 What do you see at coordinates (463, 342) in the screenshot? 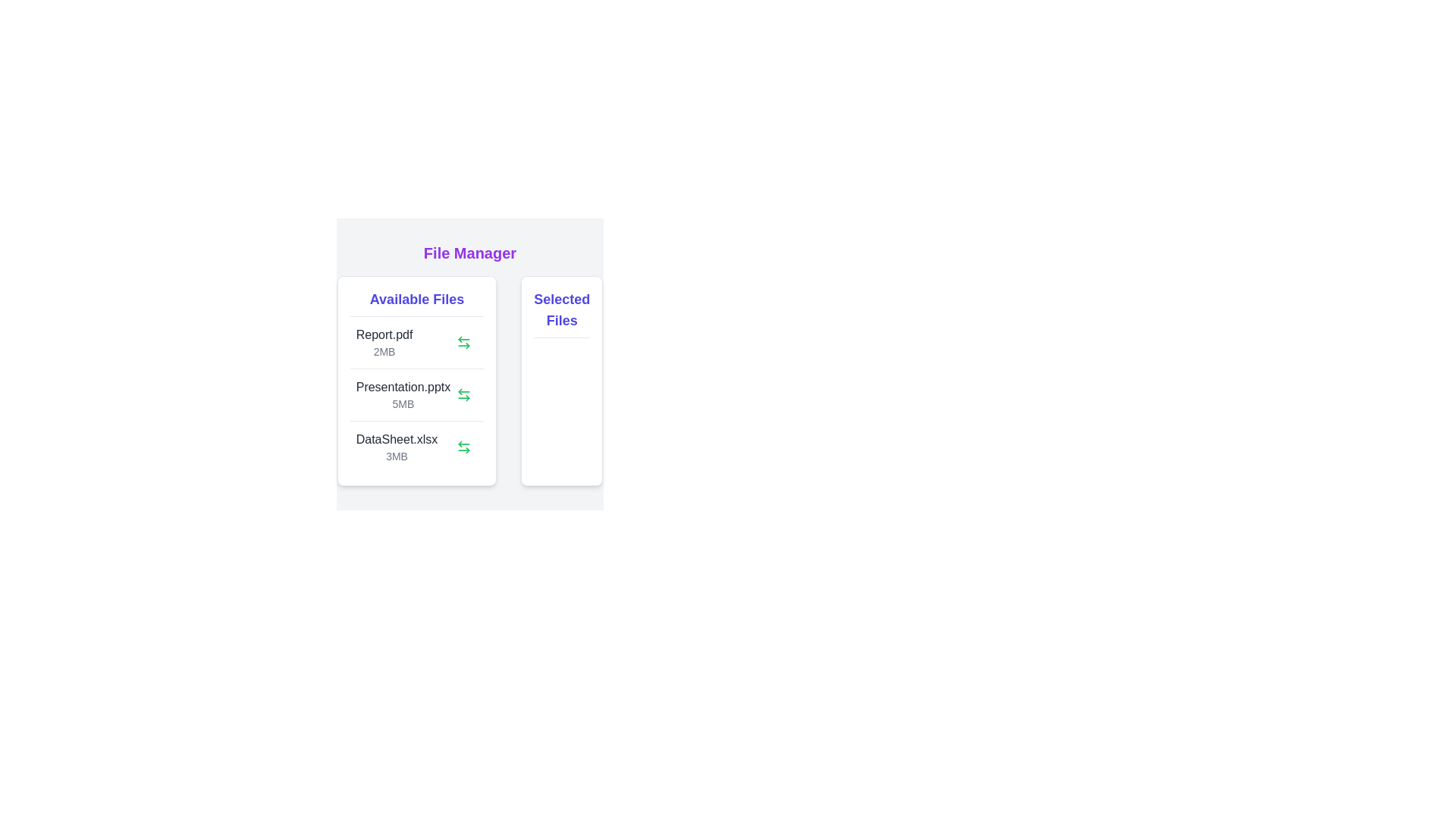
I see `the green double-sided arrow icon button located to the right of the 'Report.pdf' text in the 'Available Files' section` at bounding box center [463, 342].